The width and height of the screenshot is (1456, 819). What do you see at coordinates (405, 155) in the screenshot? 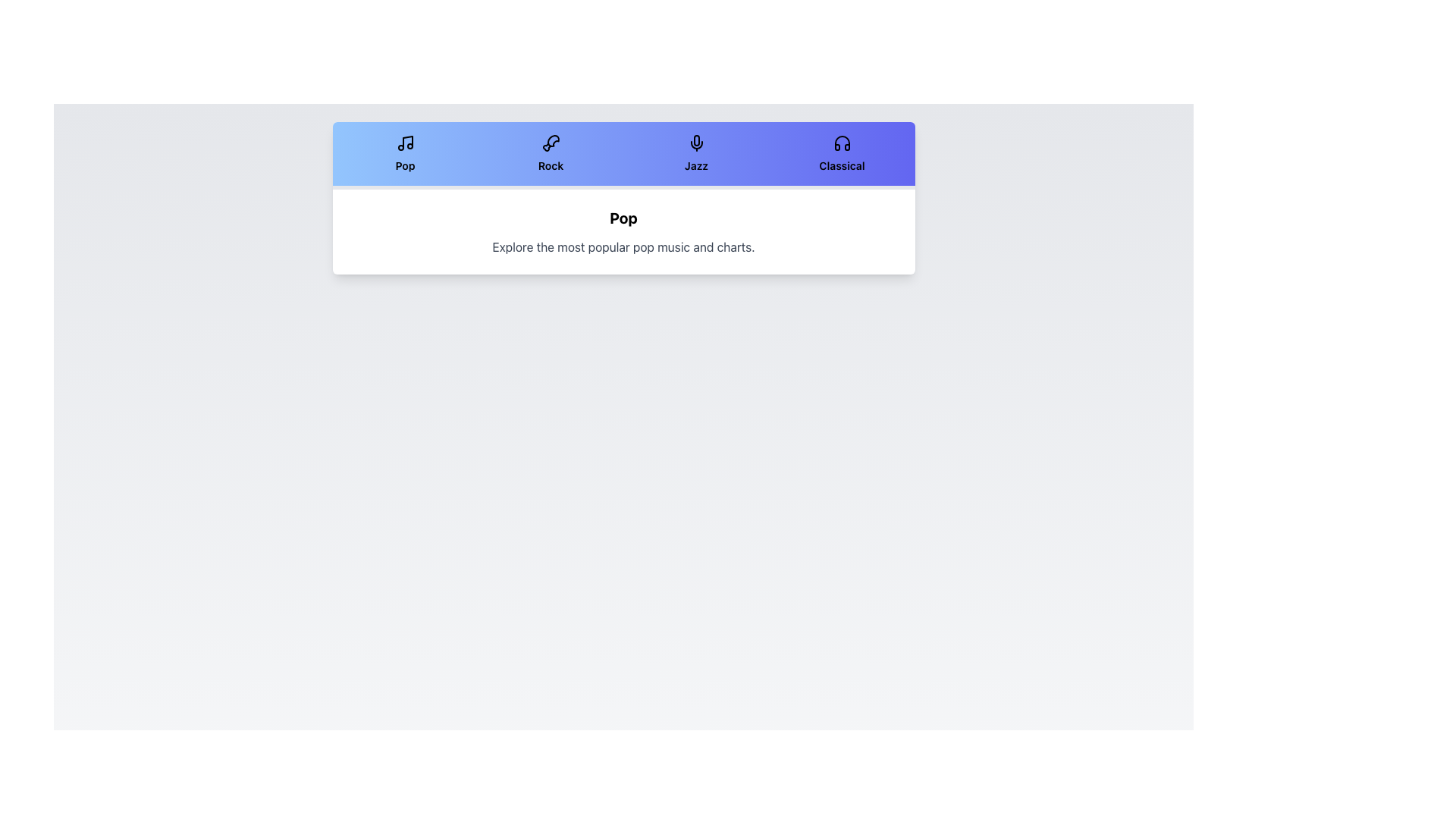
I see `the 'Pop' navigation tab, which is the first tab in the navigation bar and features a music note icon above the label` at bounding box center [405, 155].